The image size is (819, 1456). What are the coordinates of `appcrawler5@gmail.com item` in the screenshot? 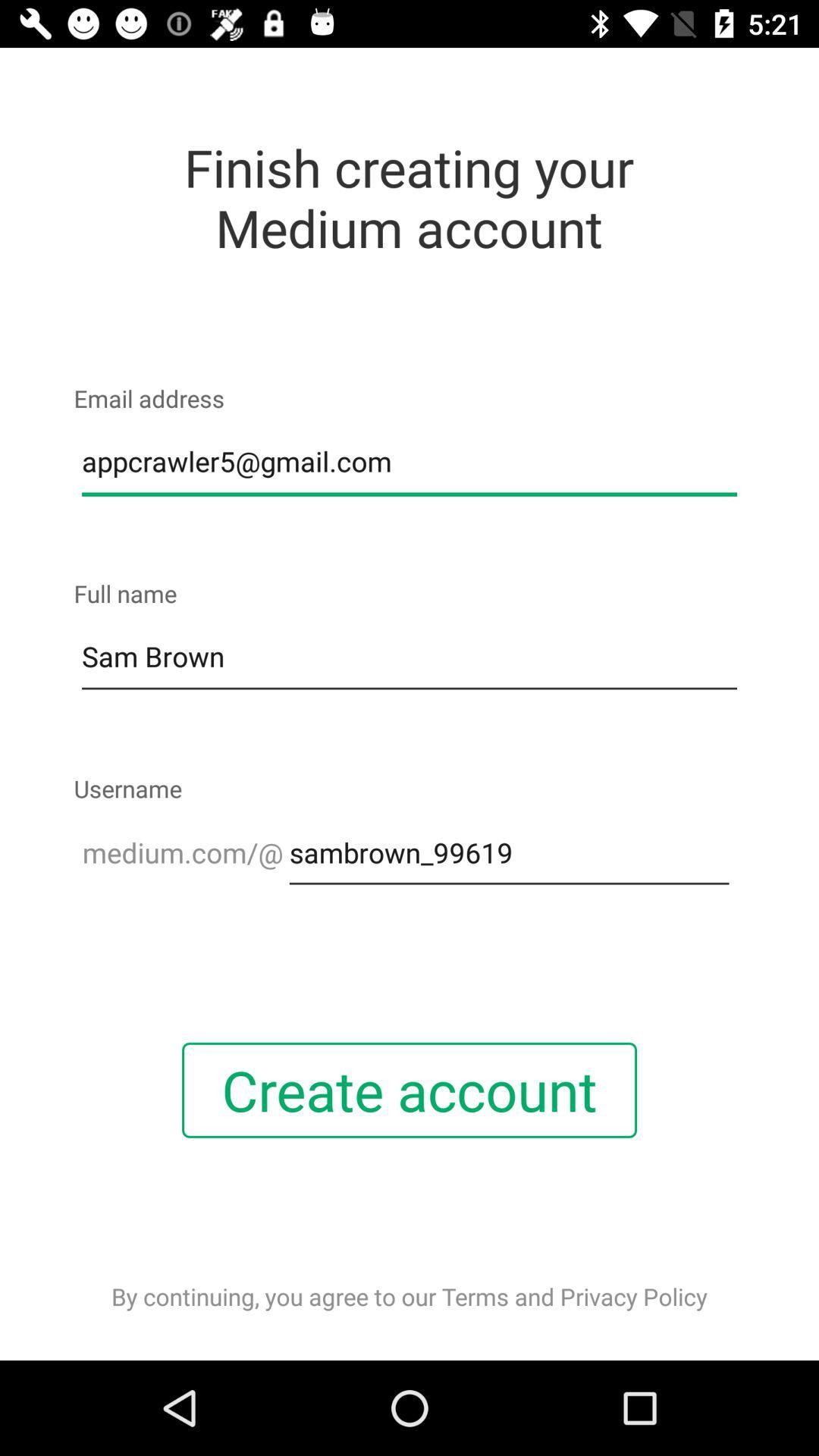 It's located at (409, 461).